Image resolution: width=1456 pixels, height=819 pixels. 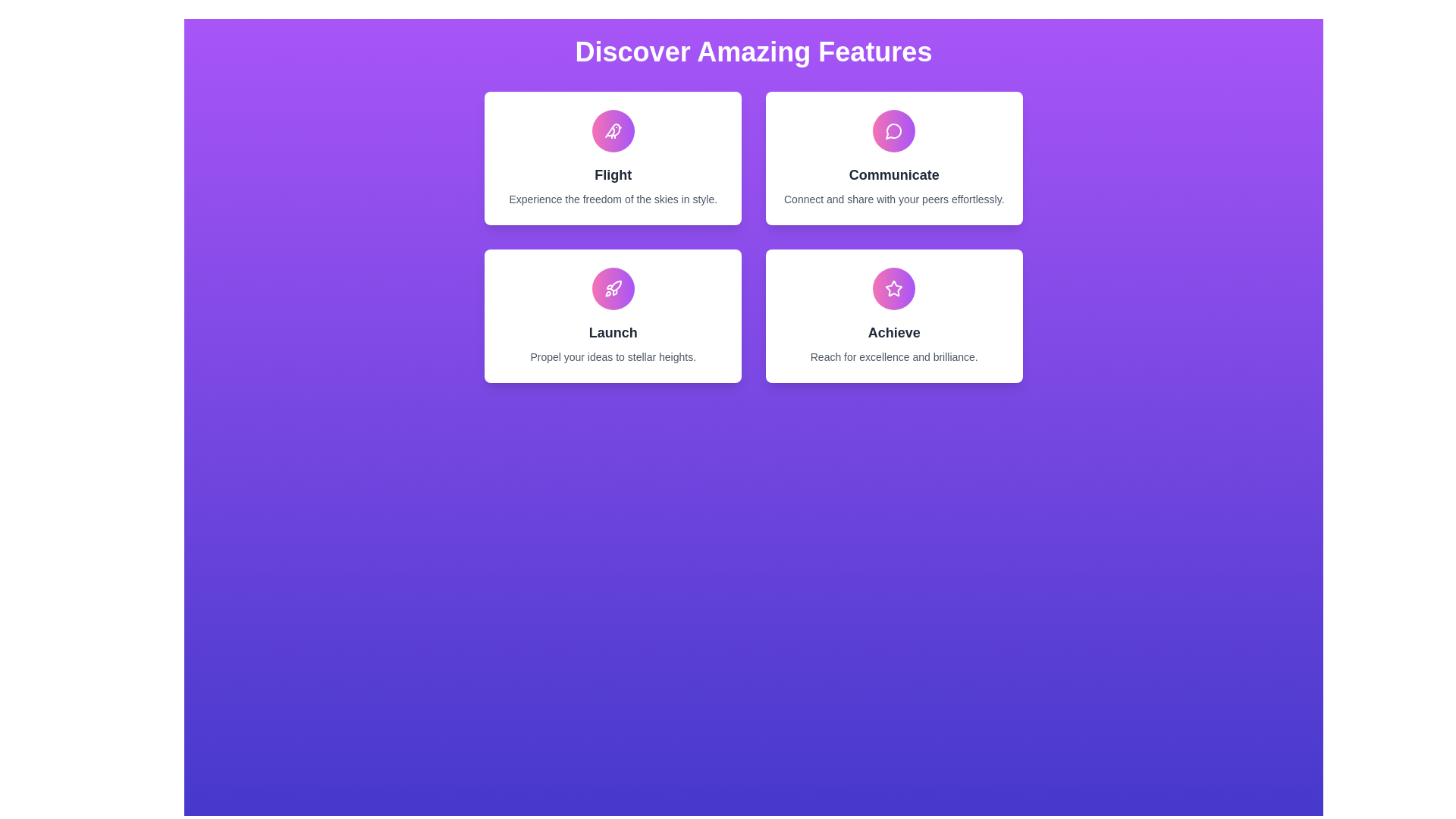 What do you see at coordinates (894, 332) in the screenshot?
I see `the Text Label that serves as the title for the card, located on the right side of the second row in a four-card grid layout, positioned under the star icon and above the text 'Reach for excellence and brilliance.'` at bounding box center [894, 332].